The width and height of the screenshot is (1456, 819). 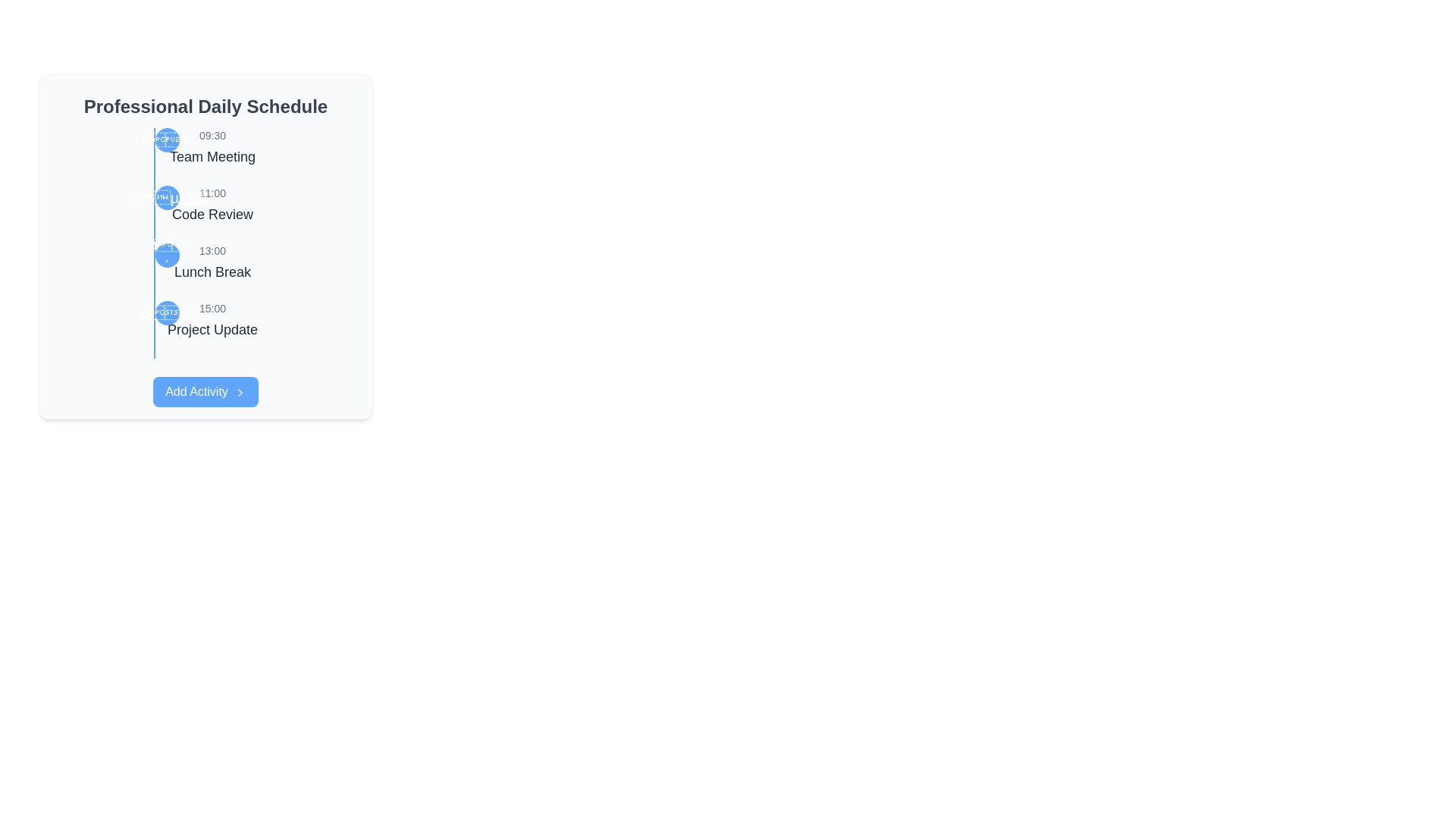 I want to click on text label displaying 'Lunch Break', which is bold, larger in size and black in color, located centrally in the 'Professional Daily Schedule' panel, directly below the '13:00' time element, so click(x=212, y=271).